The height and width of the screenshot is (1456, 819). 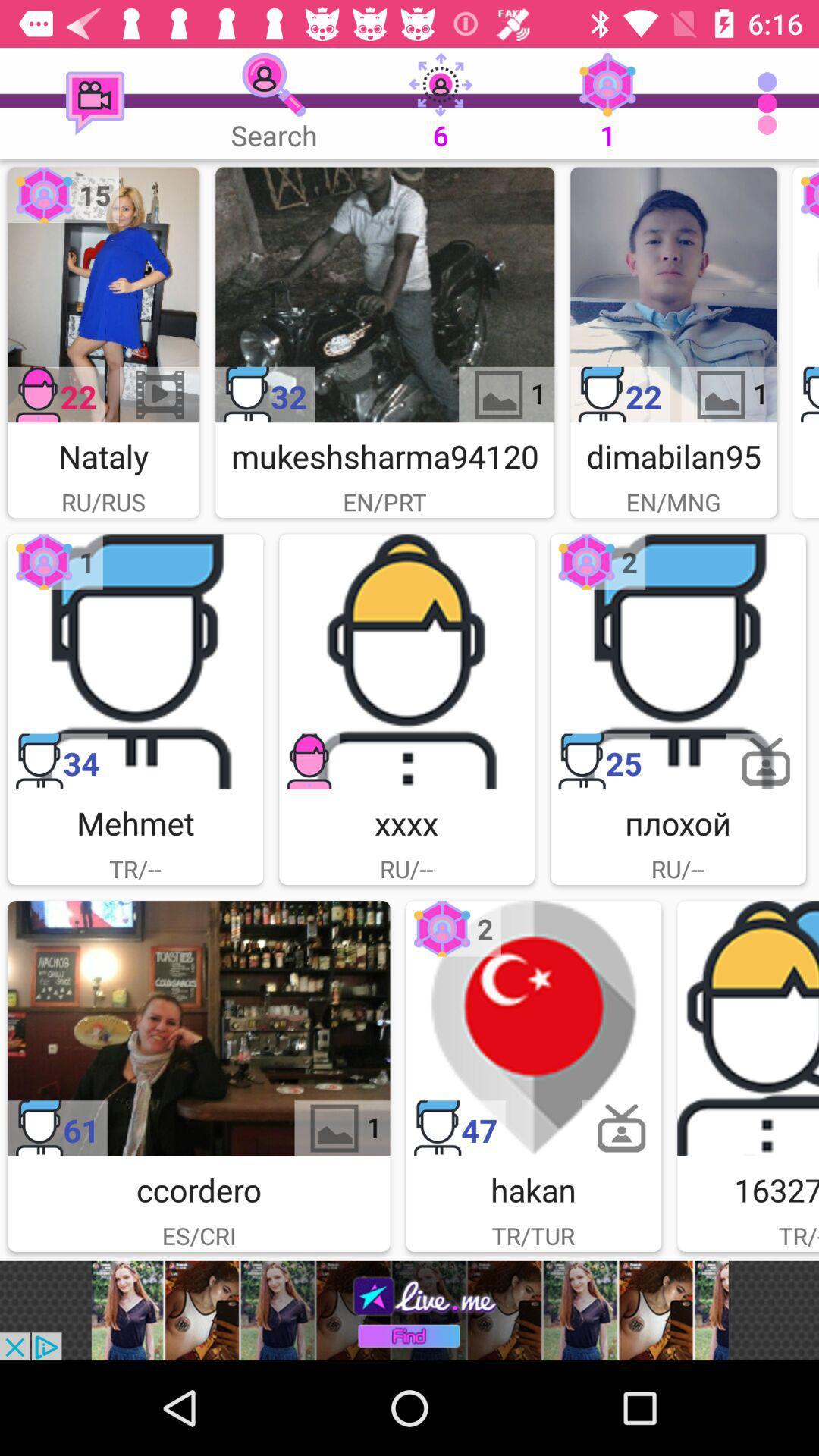 I want to click on click on a user, so click(x=805, y=294).